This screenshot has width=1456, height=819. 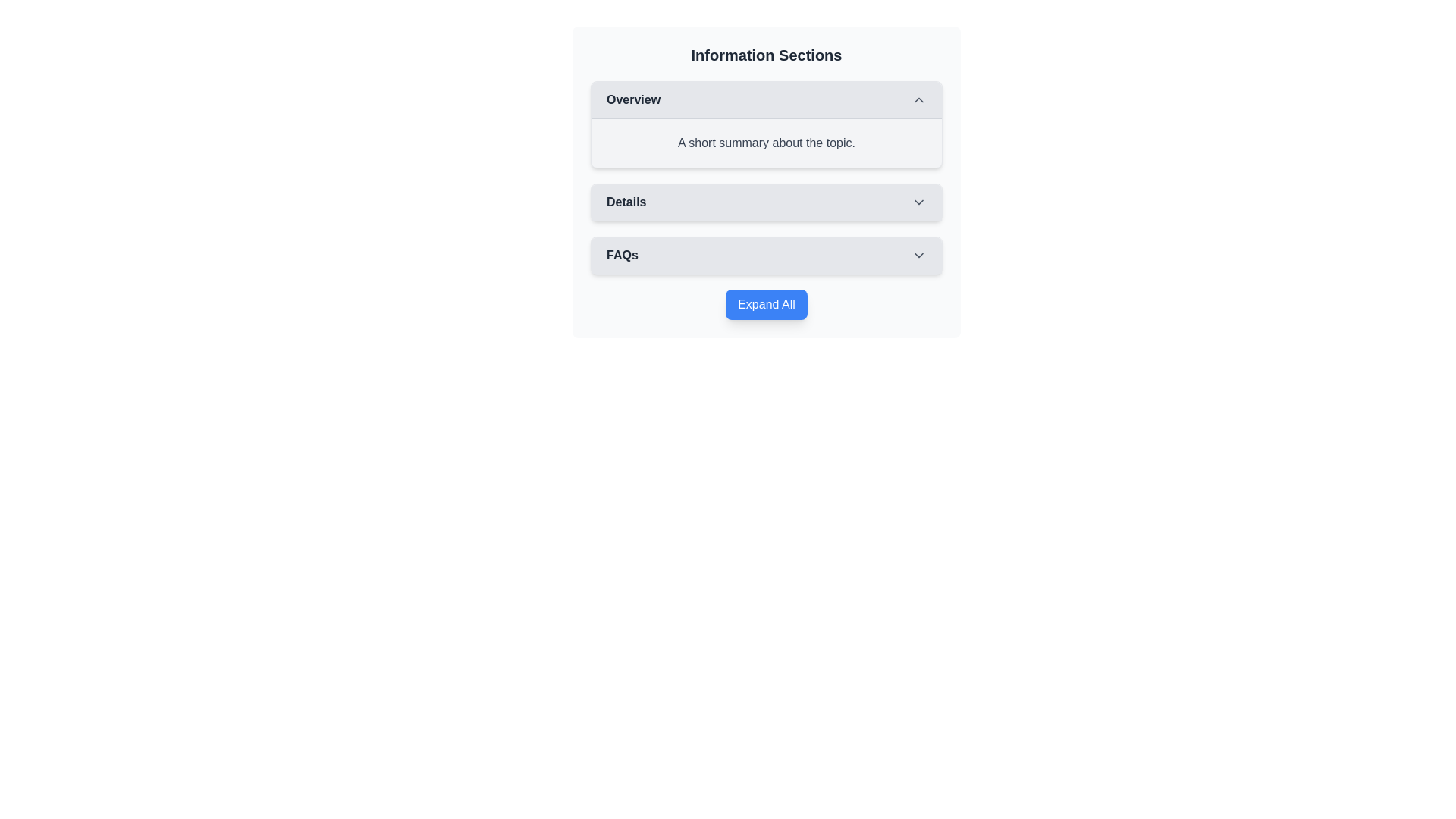 What do you see at coordinates (918, 254) in the screenshot?
I see `the downward-pointing chevron icon in light gray color next to the 'FAQs' label` at bounding box center [918, 254].